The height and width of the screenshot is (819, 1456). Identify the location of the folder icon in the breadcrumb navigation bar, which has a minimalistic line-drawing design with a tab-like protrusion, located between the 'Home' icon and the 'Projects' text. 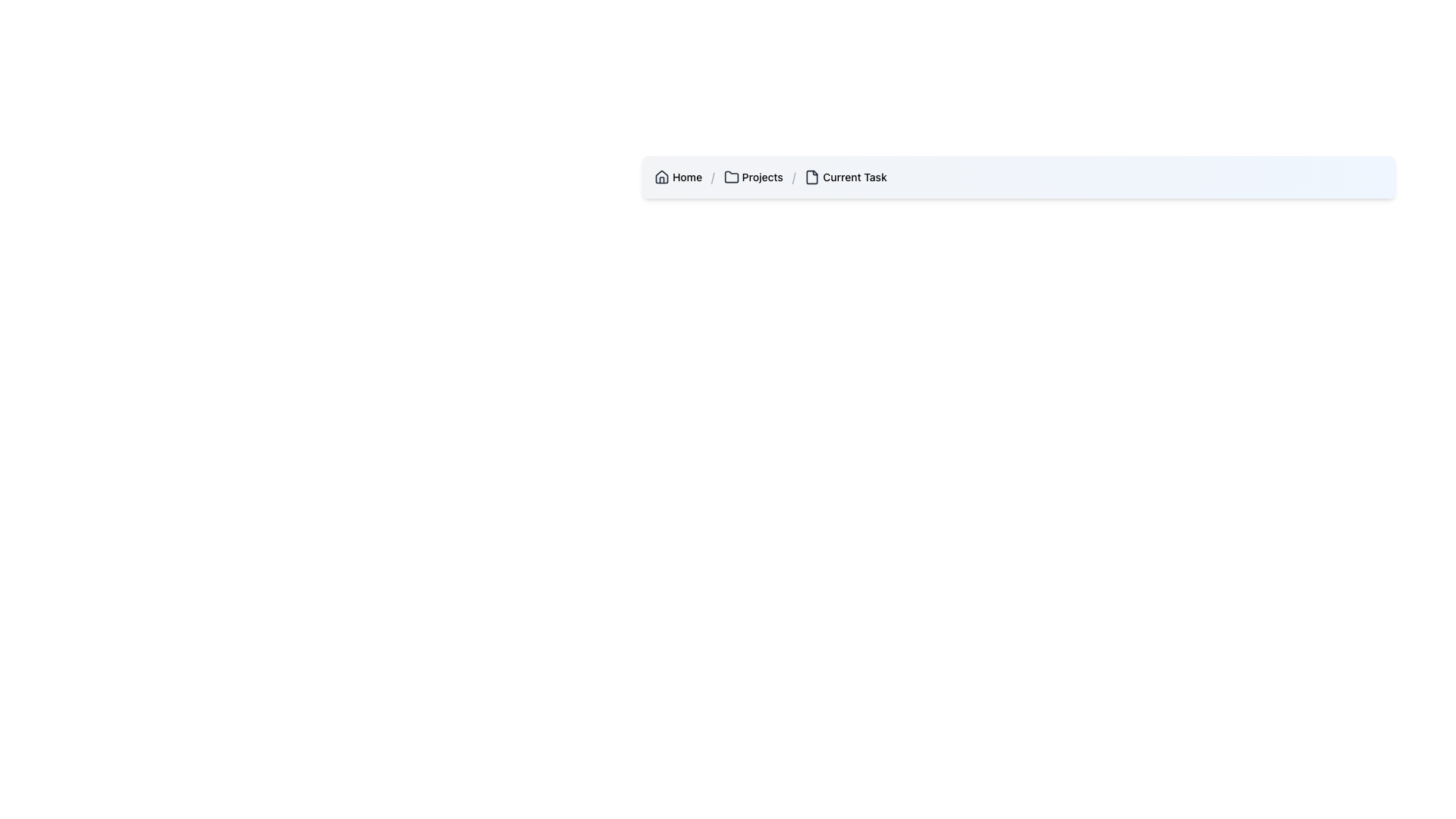
(731, 176).